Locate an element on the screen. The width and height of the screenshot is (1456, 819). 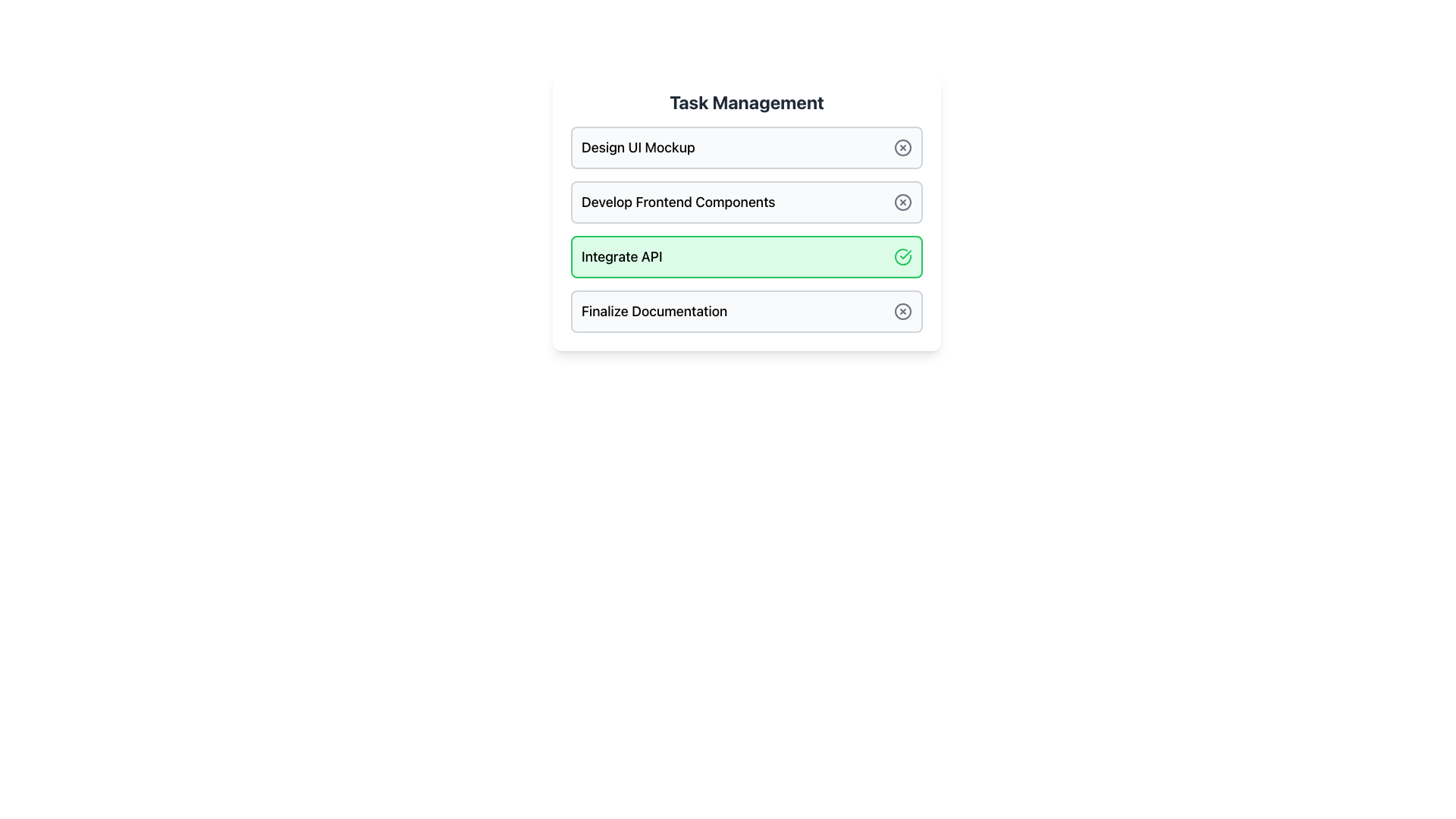
the text label indicating the task name, which is the third item in a list of task items, located inside a green-highlighted rectangular box is located at coordinates (622, 256).